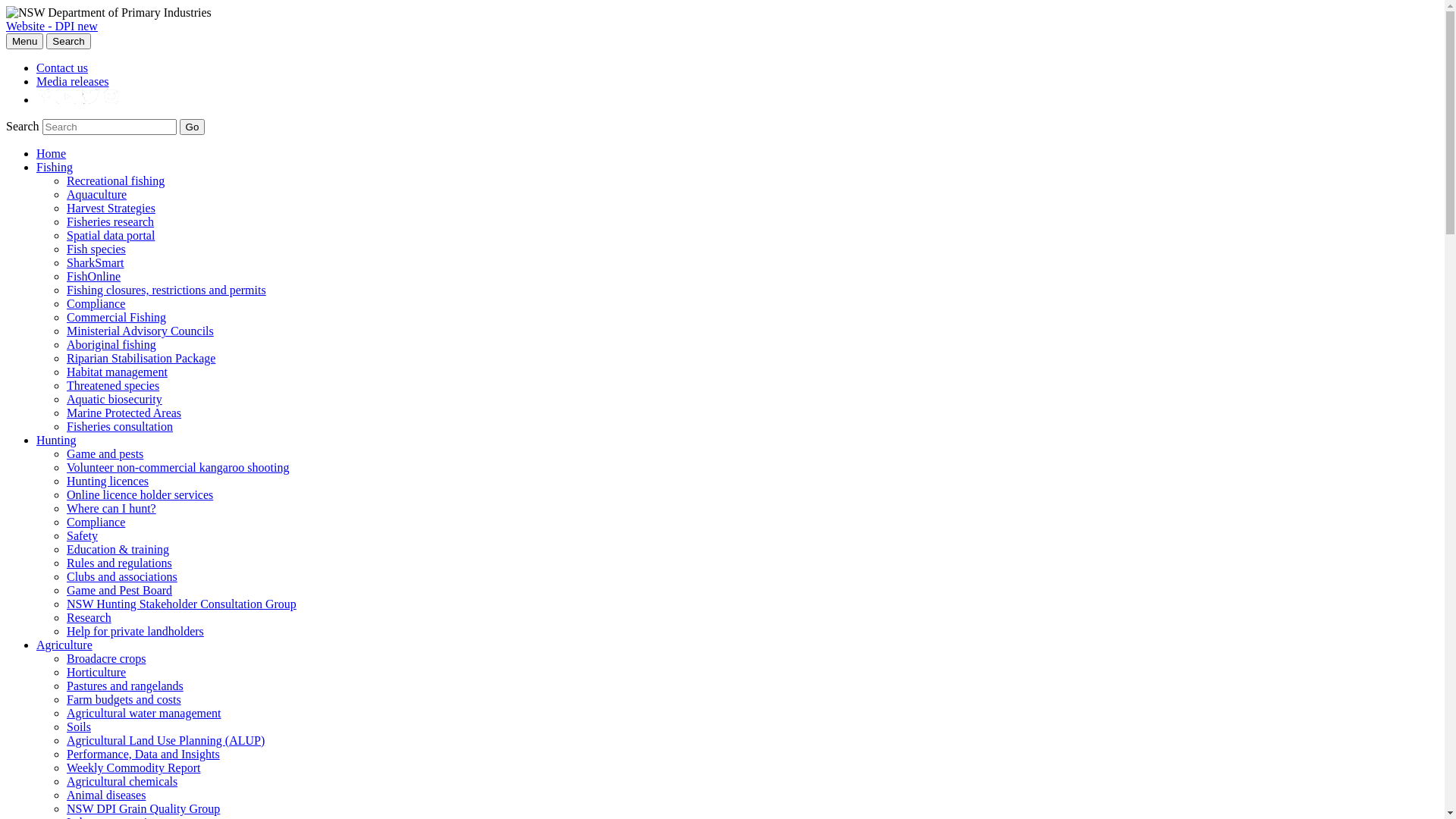 This screenshot has height=819, width=1456. What do you see at coordinates (122, 576) in the screenshot?
I see `'Clubs and associations'` at bounding box center [122, 576].